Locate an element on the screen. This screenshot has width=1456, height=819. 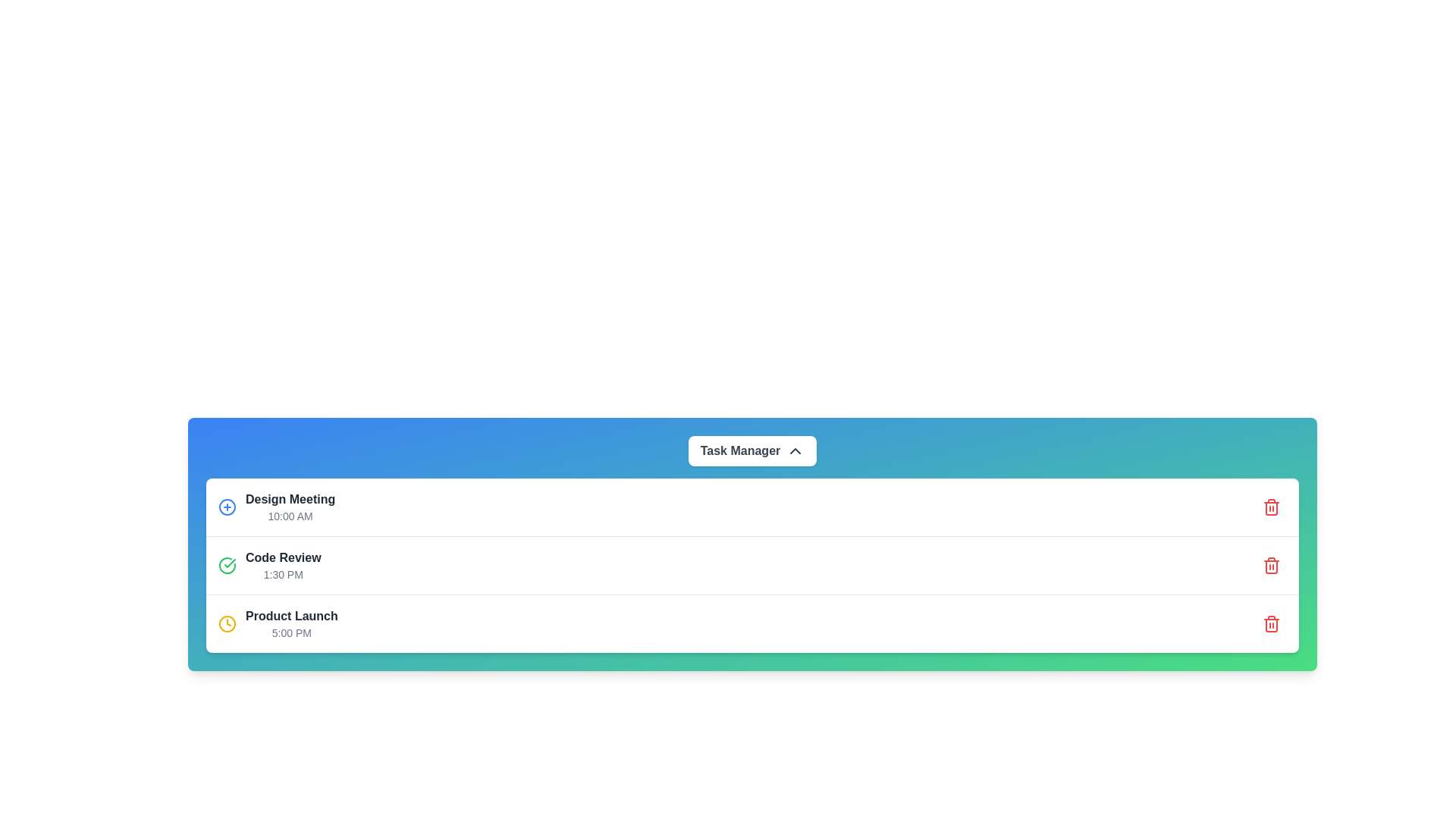
the plus icon in the first task list item representing a scheduled task or meeting, which displays its title and time is located at coordinates (277, 507).